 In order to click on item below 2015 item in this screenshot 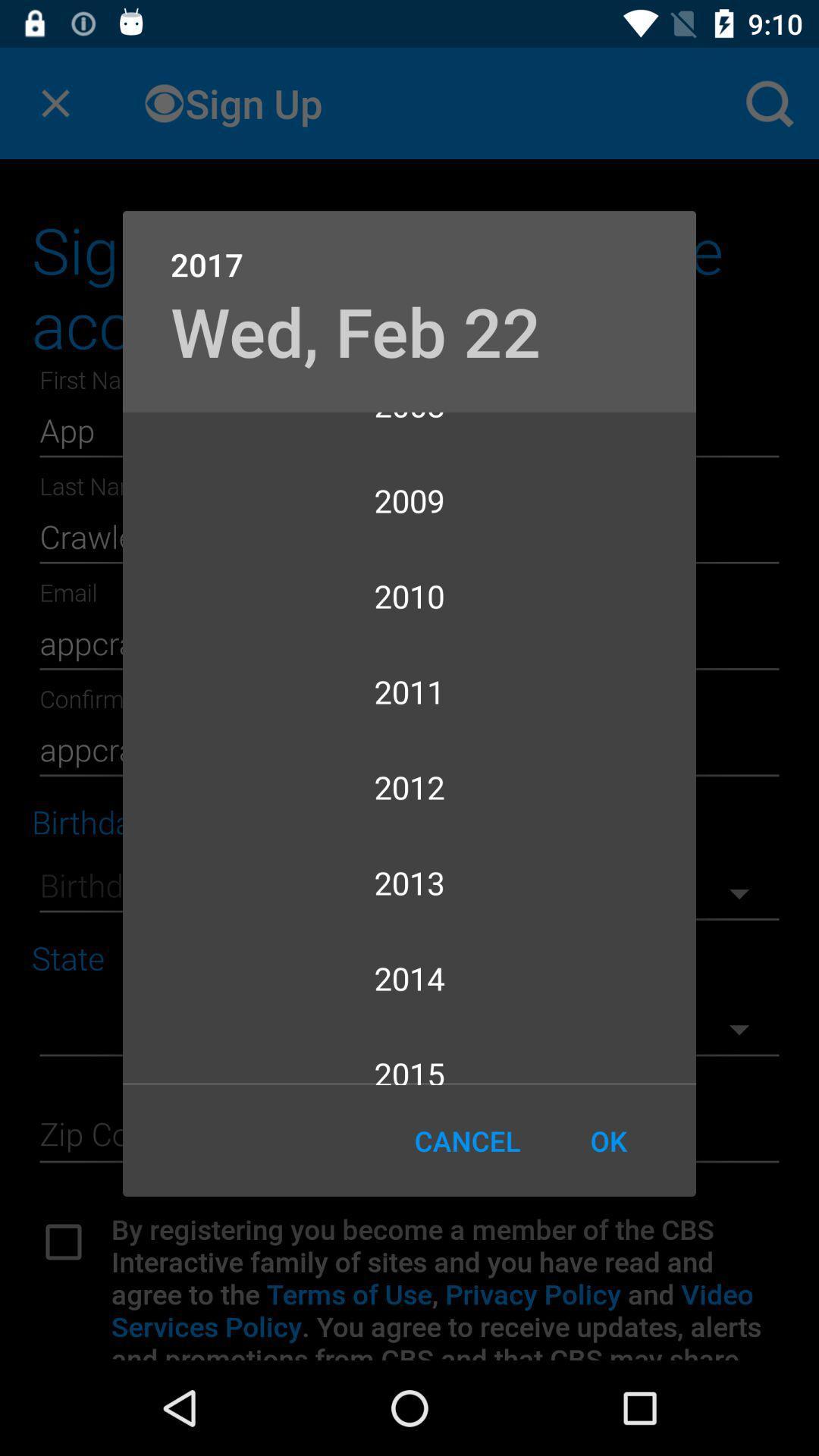, I will do `click(607, 1141)`.